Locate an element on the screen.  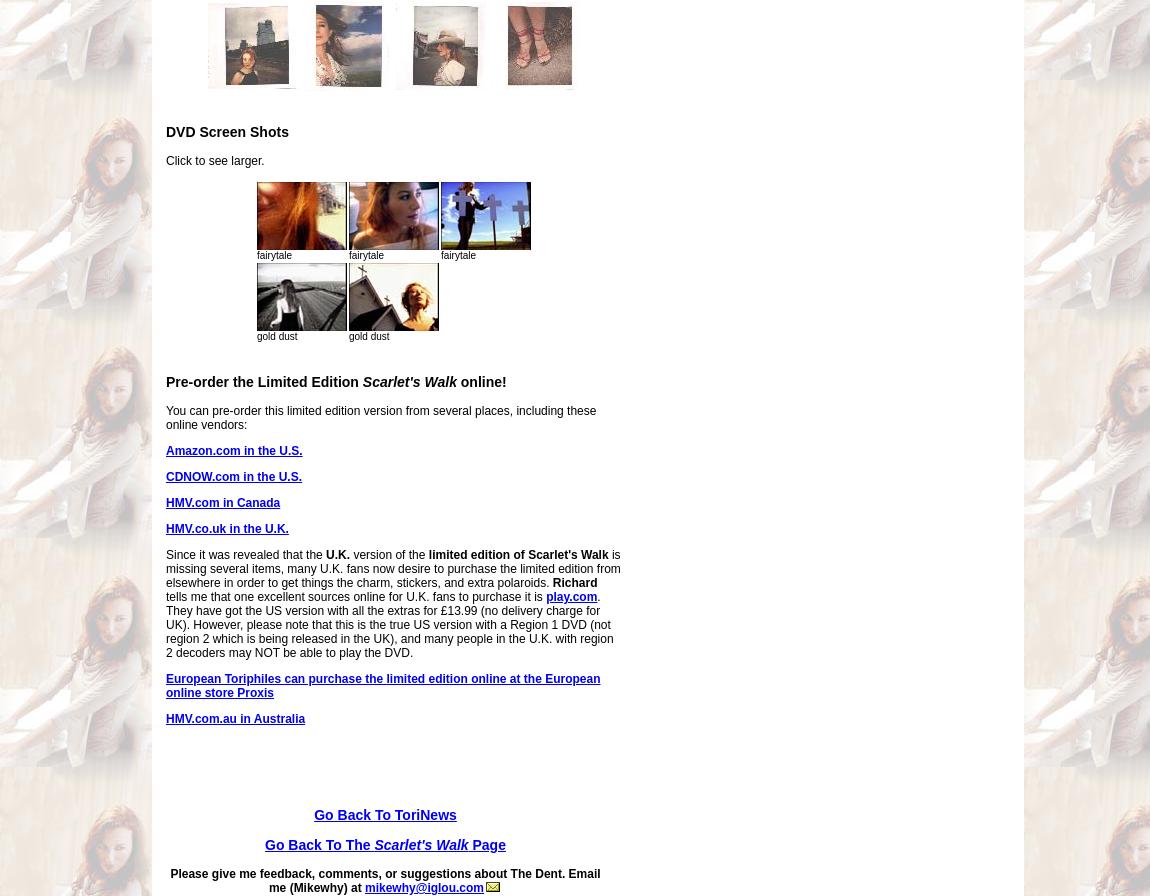
'HMV.com.au in Australia' is located at coordinates (234, 719).